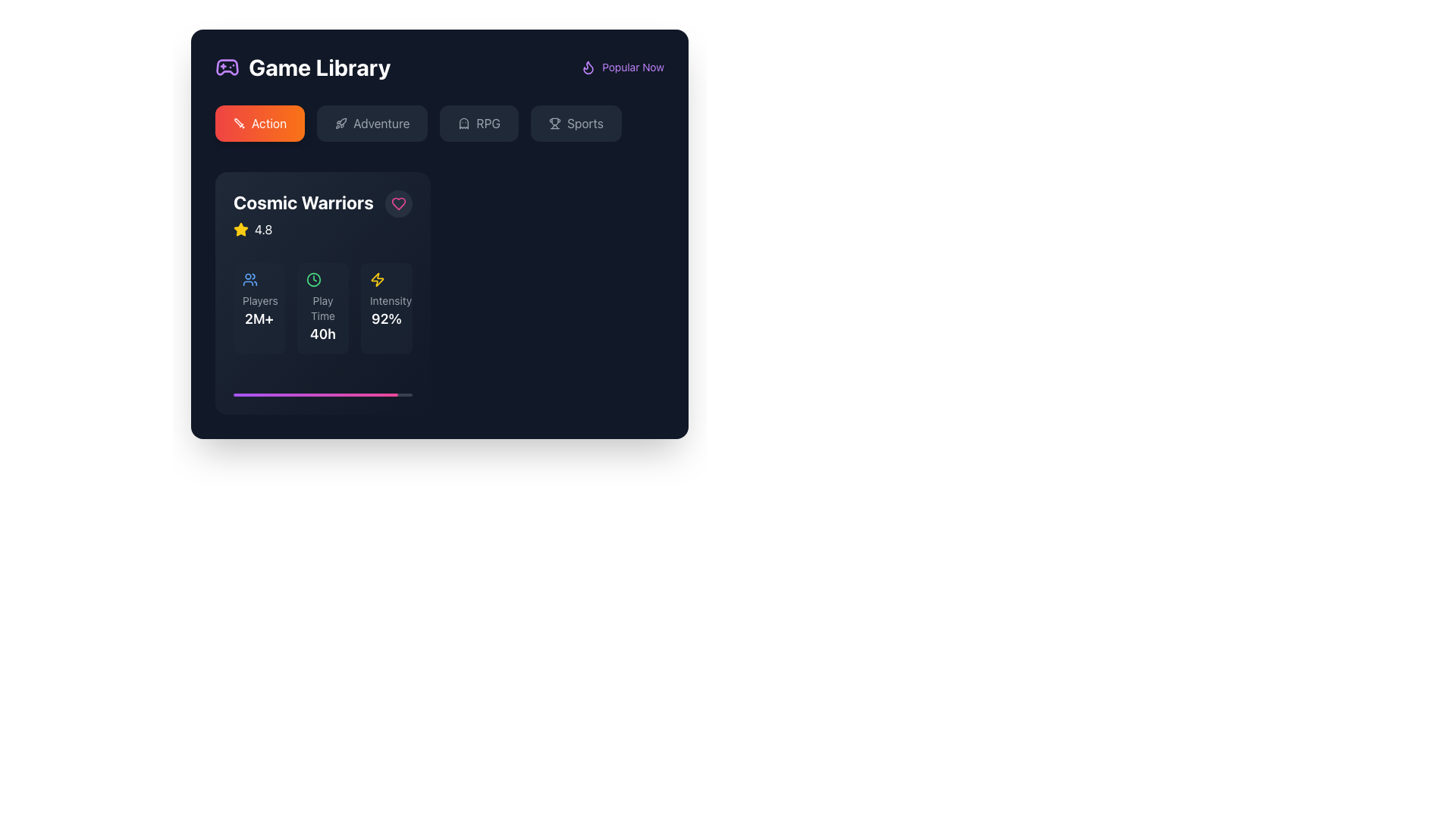  I want to click on rating value displayed by the star symbol and numerical value for the item 'Cosmic Warriors', located at the top-left of the rating and stats row, so click(303, 230).